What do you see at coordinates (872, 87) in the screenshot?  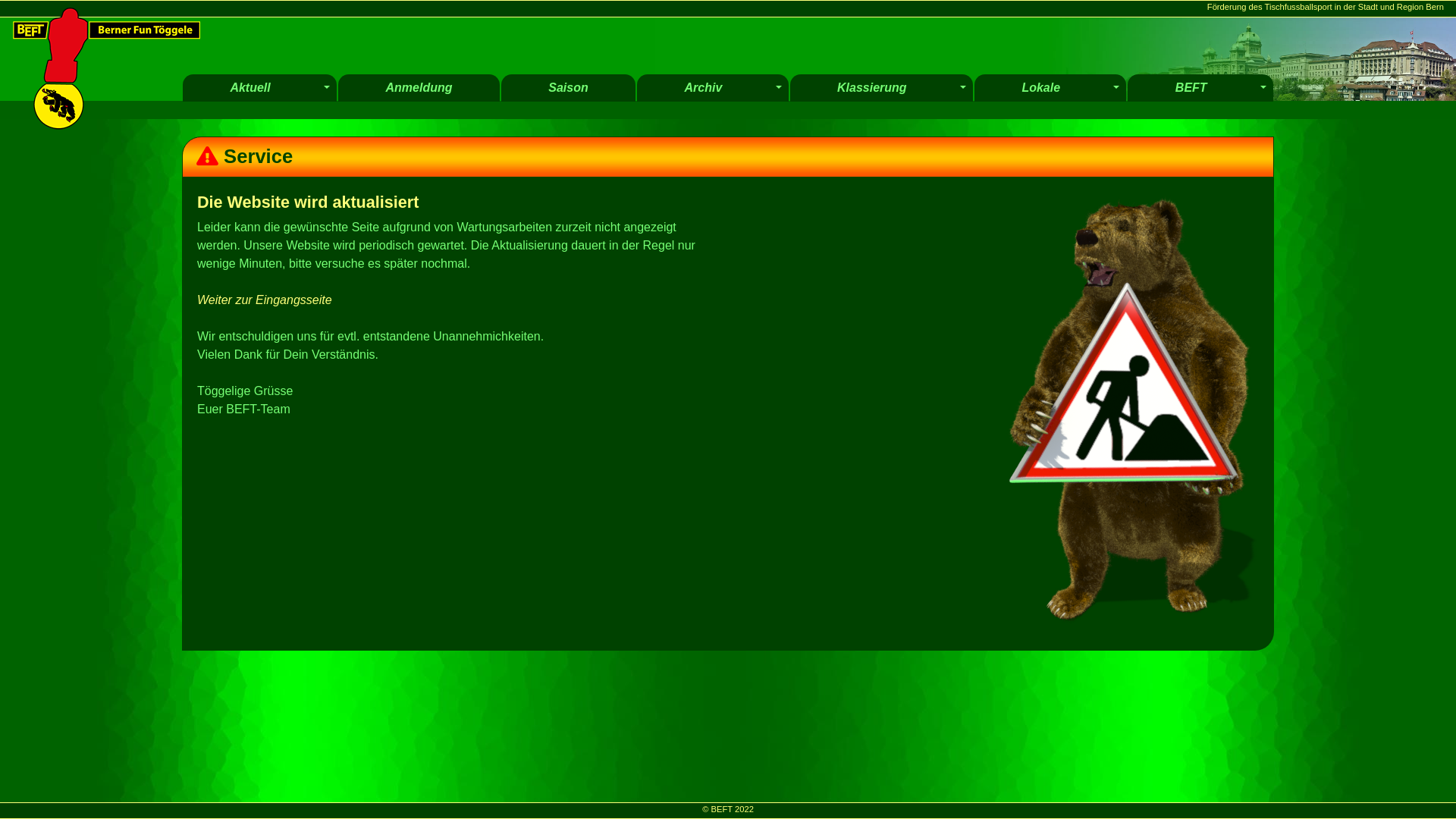 I see `'Klassierung'` at bounding box center [872, 87].